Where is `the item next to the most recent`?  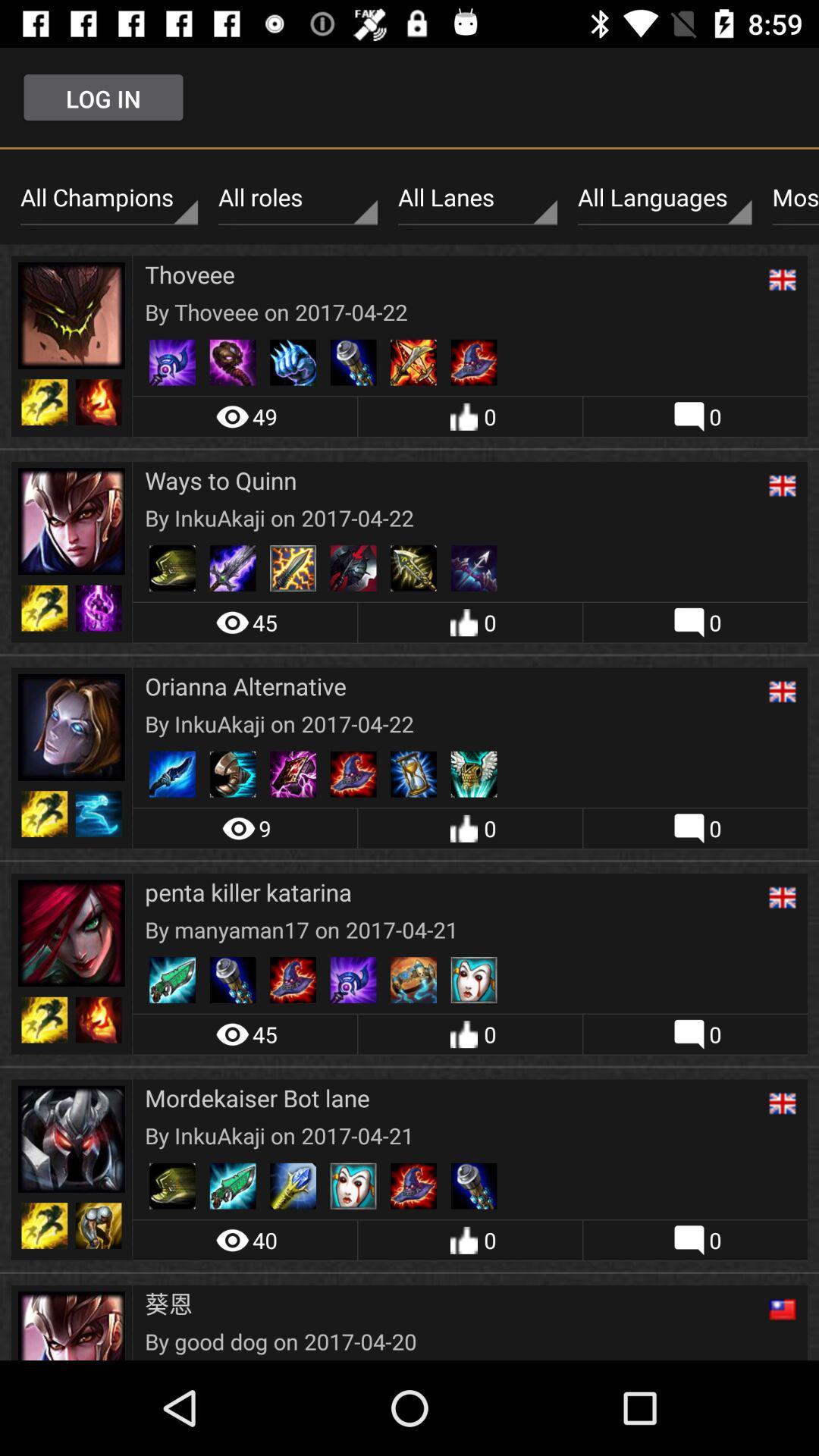
the item next to the most recent is located at coordinates (664, 197).